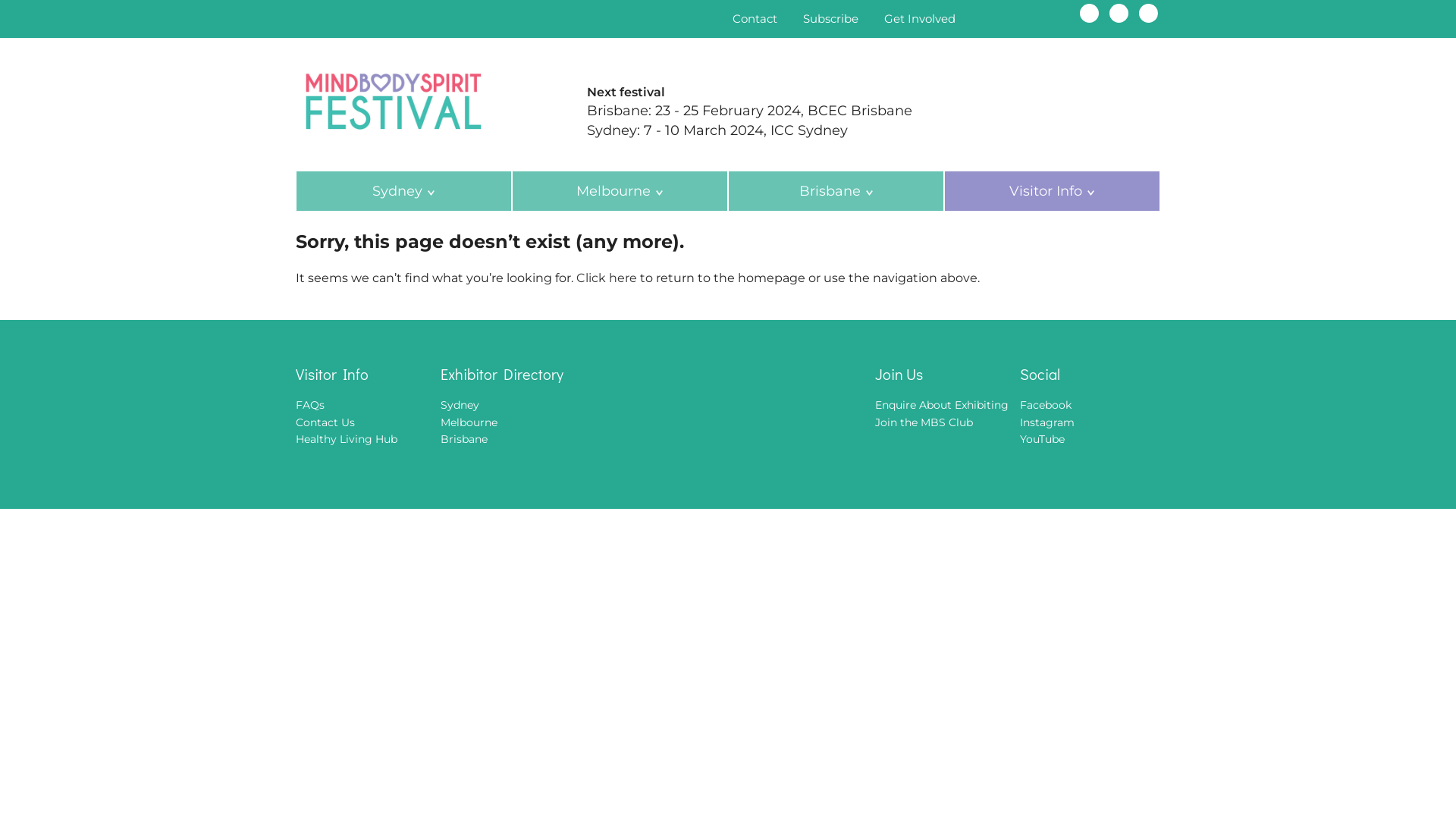 The width and height of the screenshot is (1456, 819). What do you see at coordinates (755, 18) in the screenshot?
I see `'Contact'` at bounding box center [755, 18].